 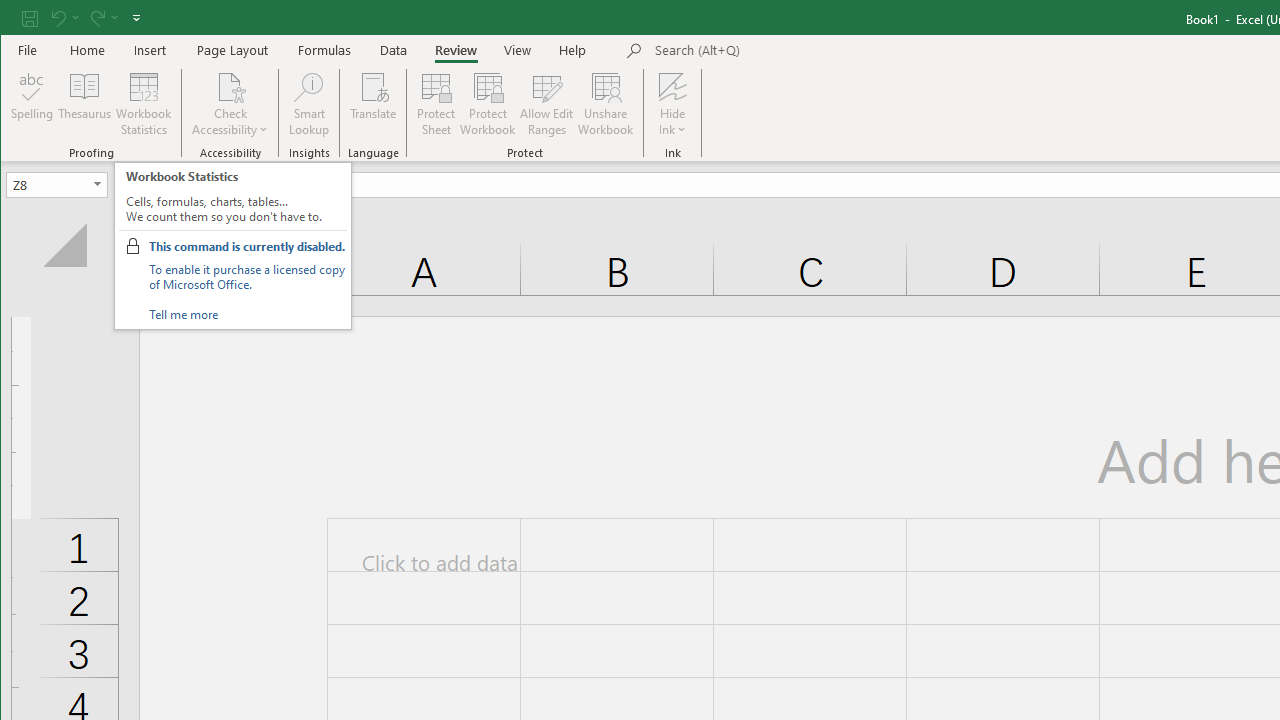 I want to click on 'Smart Lookup', so click(x=308, y=104).